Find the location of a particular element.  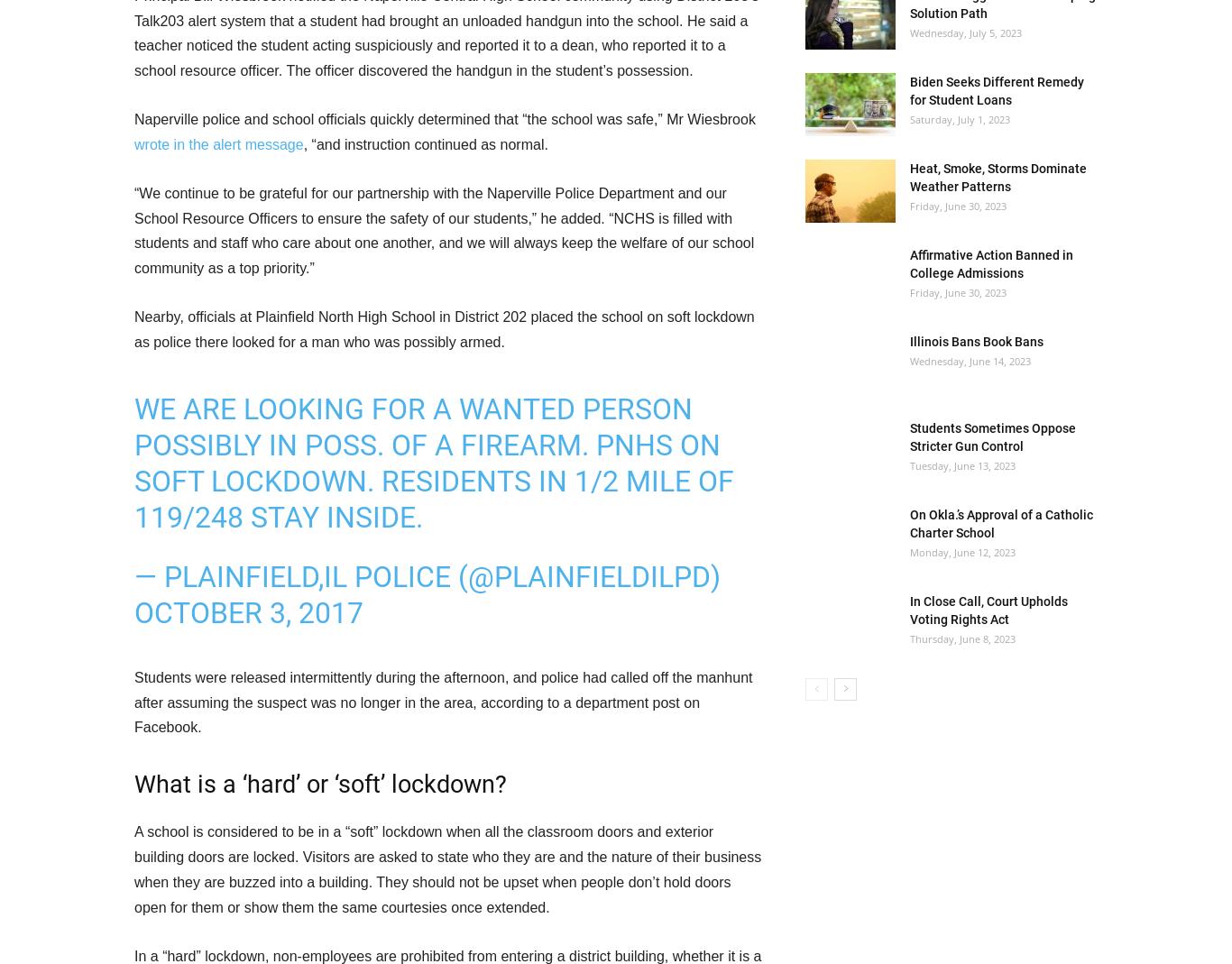

'Wednesday, July 5, 2023' is located at coordinates (910, 32).